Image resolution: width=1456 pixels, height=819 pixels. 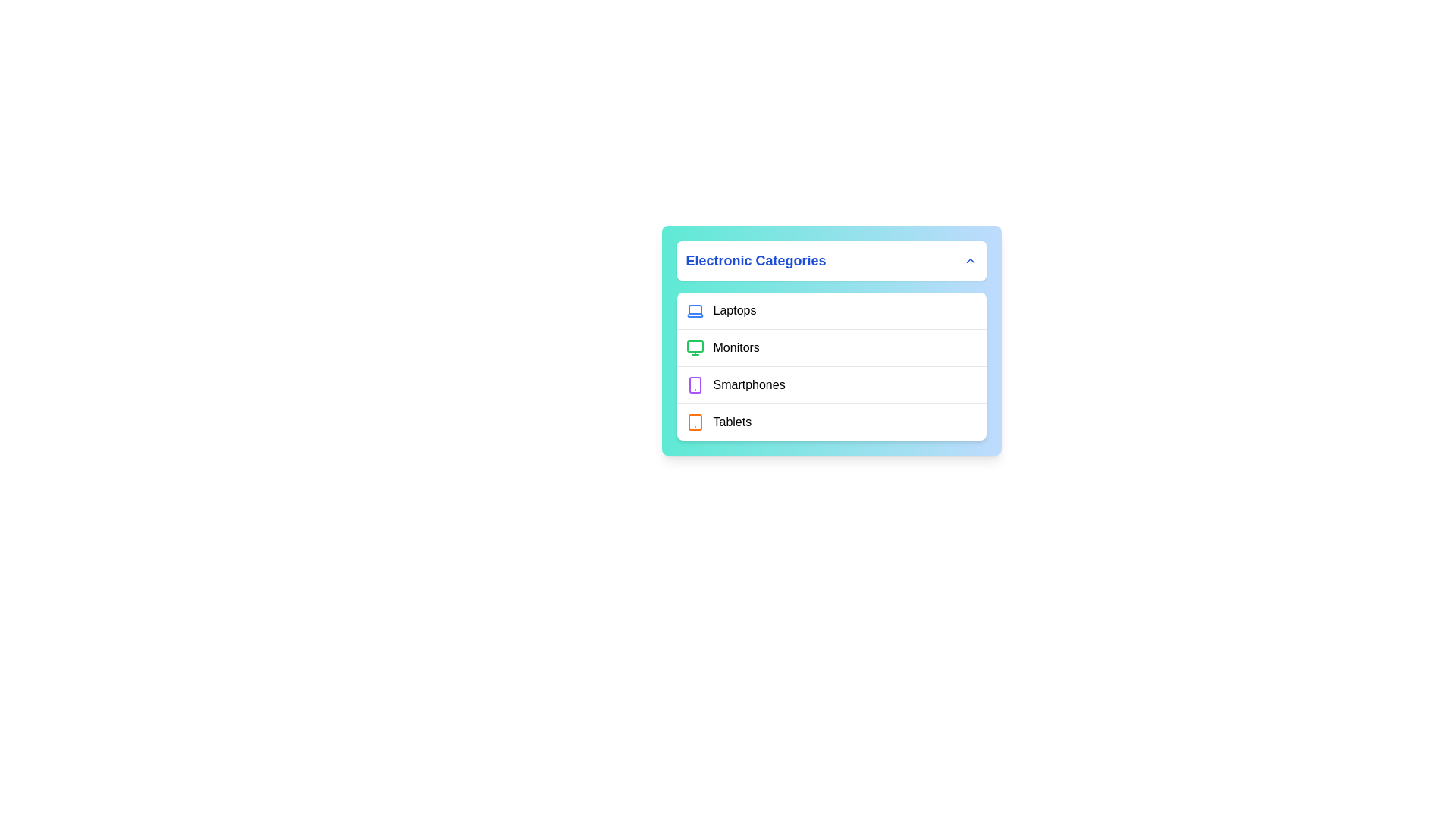 I want to click on the 'Laptops' category icon, which is the first graphical icon in the vertical list of categories located to the left of the 'Laptops' text description, so click(x=694, y=310).